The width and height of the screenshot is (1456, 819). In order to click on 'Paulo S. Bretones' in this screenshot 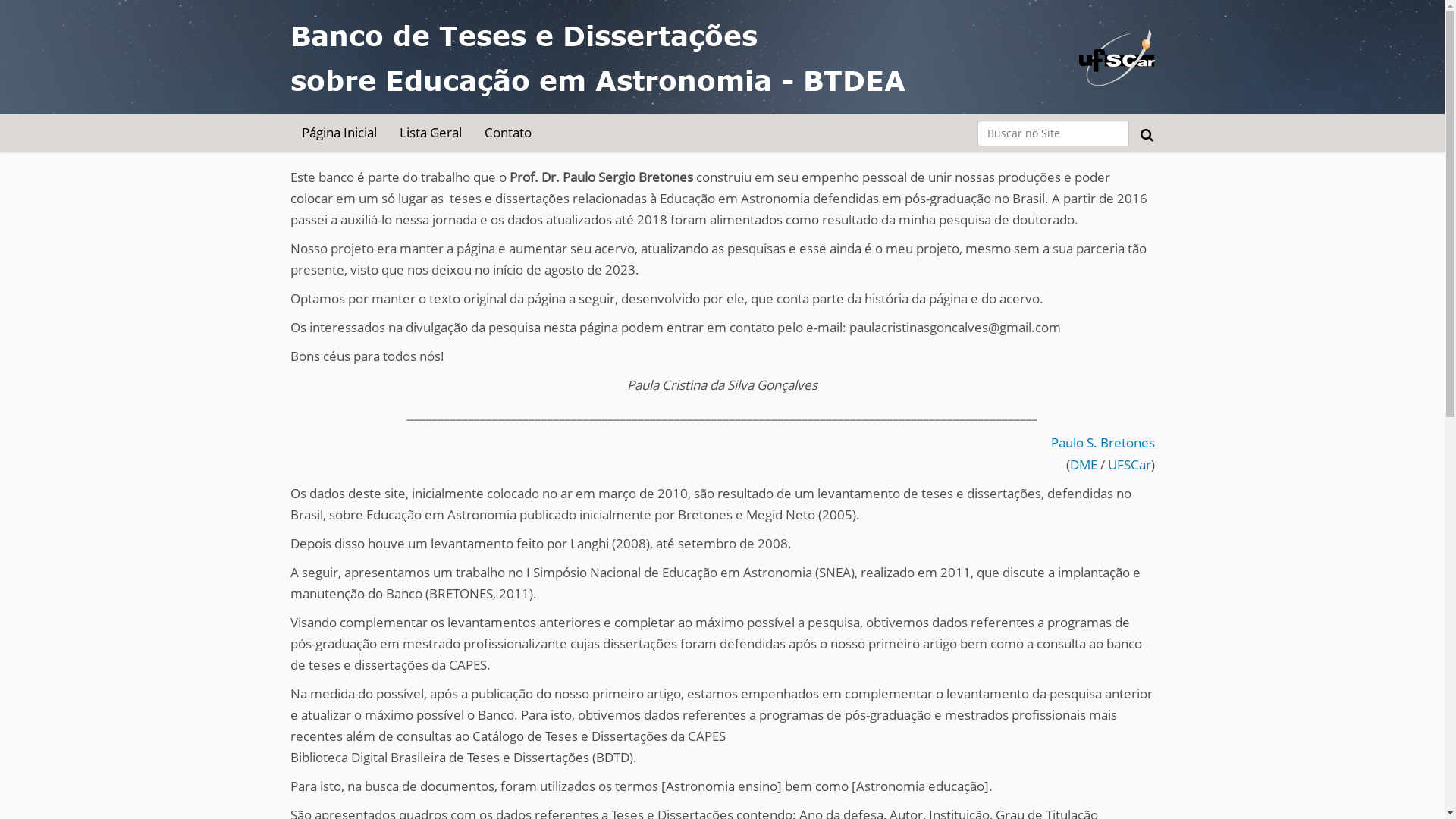, I will do `click(1103, 442)`.